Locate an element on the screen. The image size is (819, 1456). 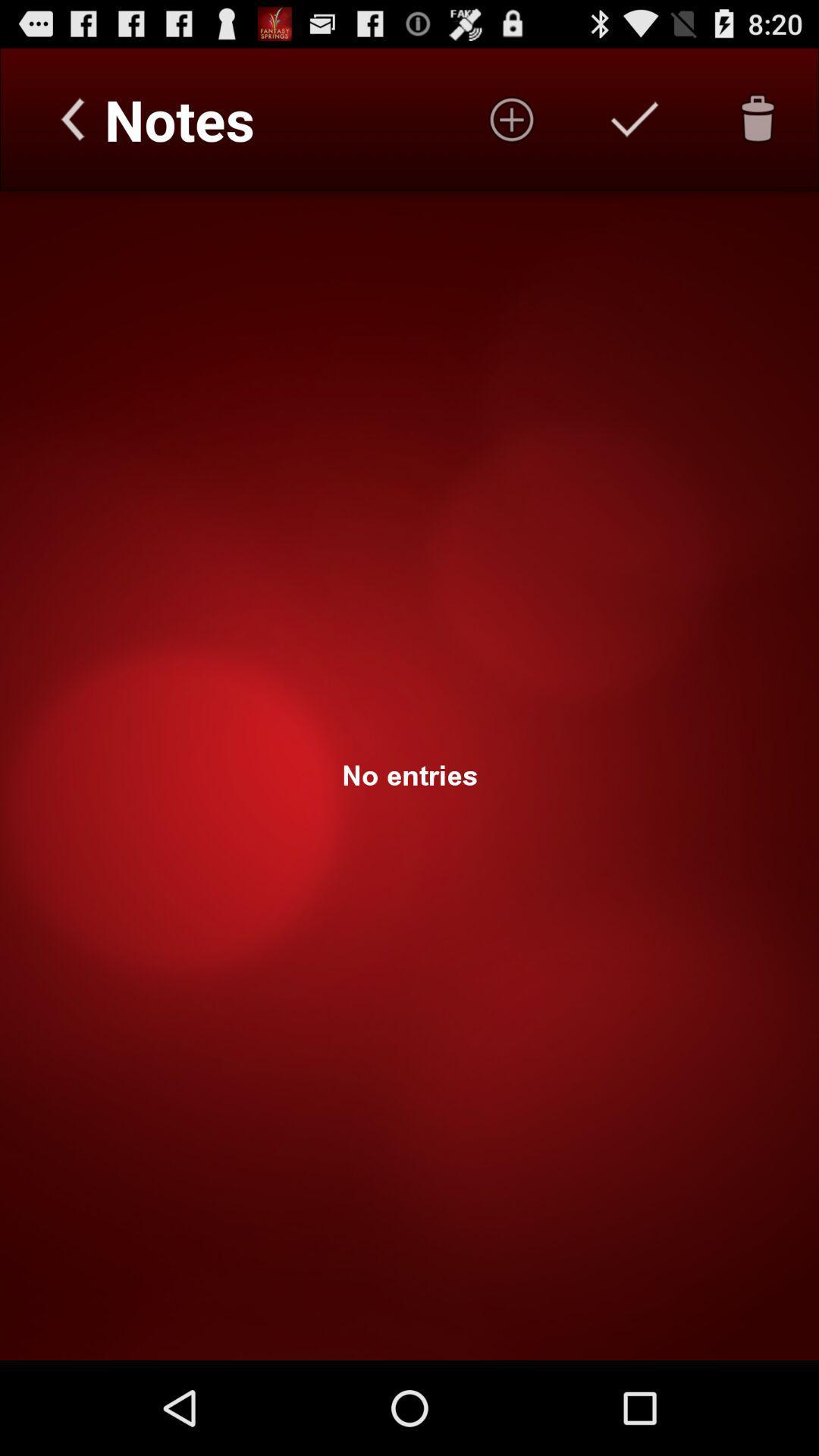
delete note is located at coordinates (758, 118).